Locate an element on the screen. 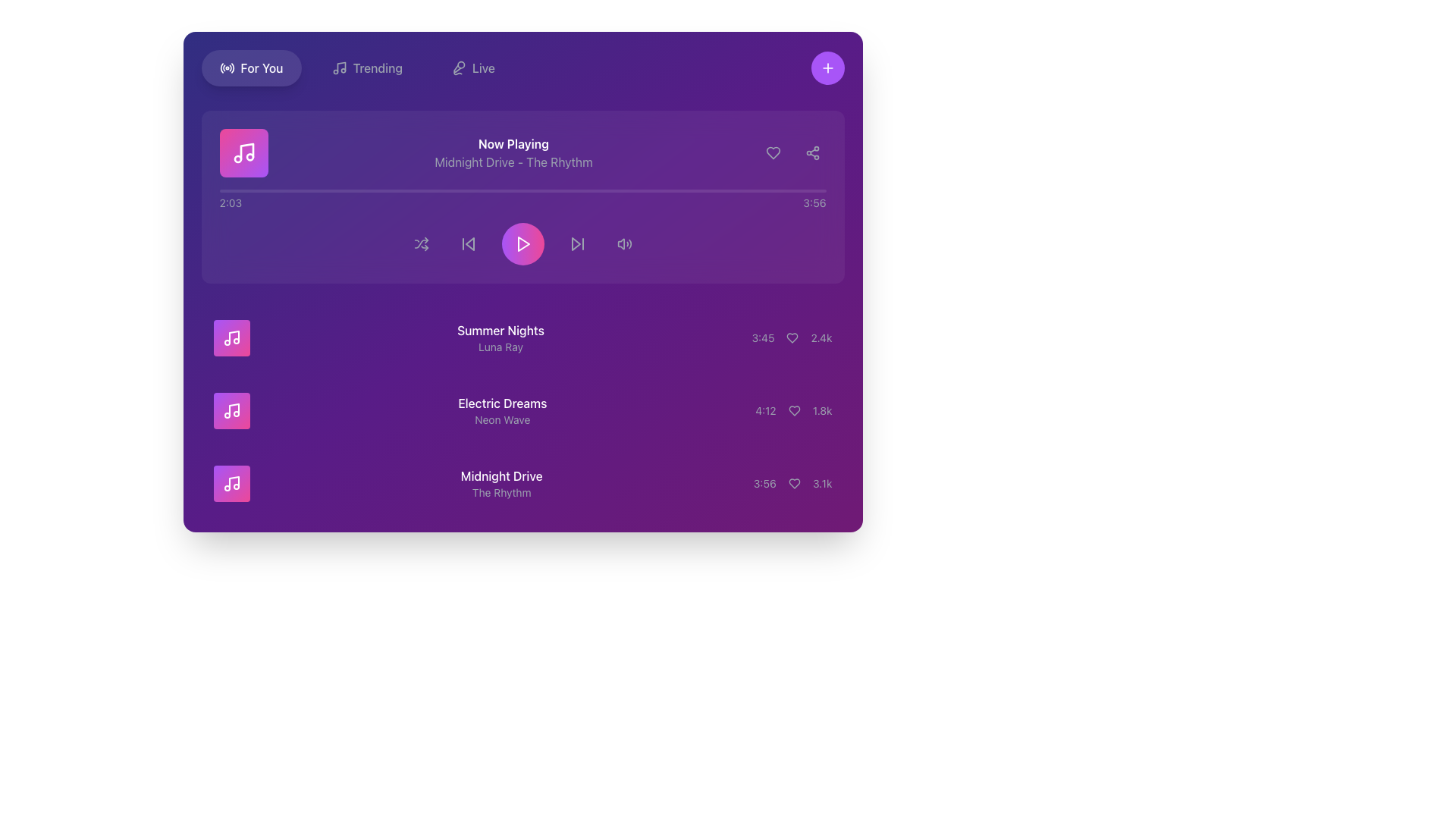  the skip button located to the right of the circular play button in the media playback controls is located at coordinates (576, 243).